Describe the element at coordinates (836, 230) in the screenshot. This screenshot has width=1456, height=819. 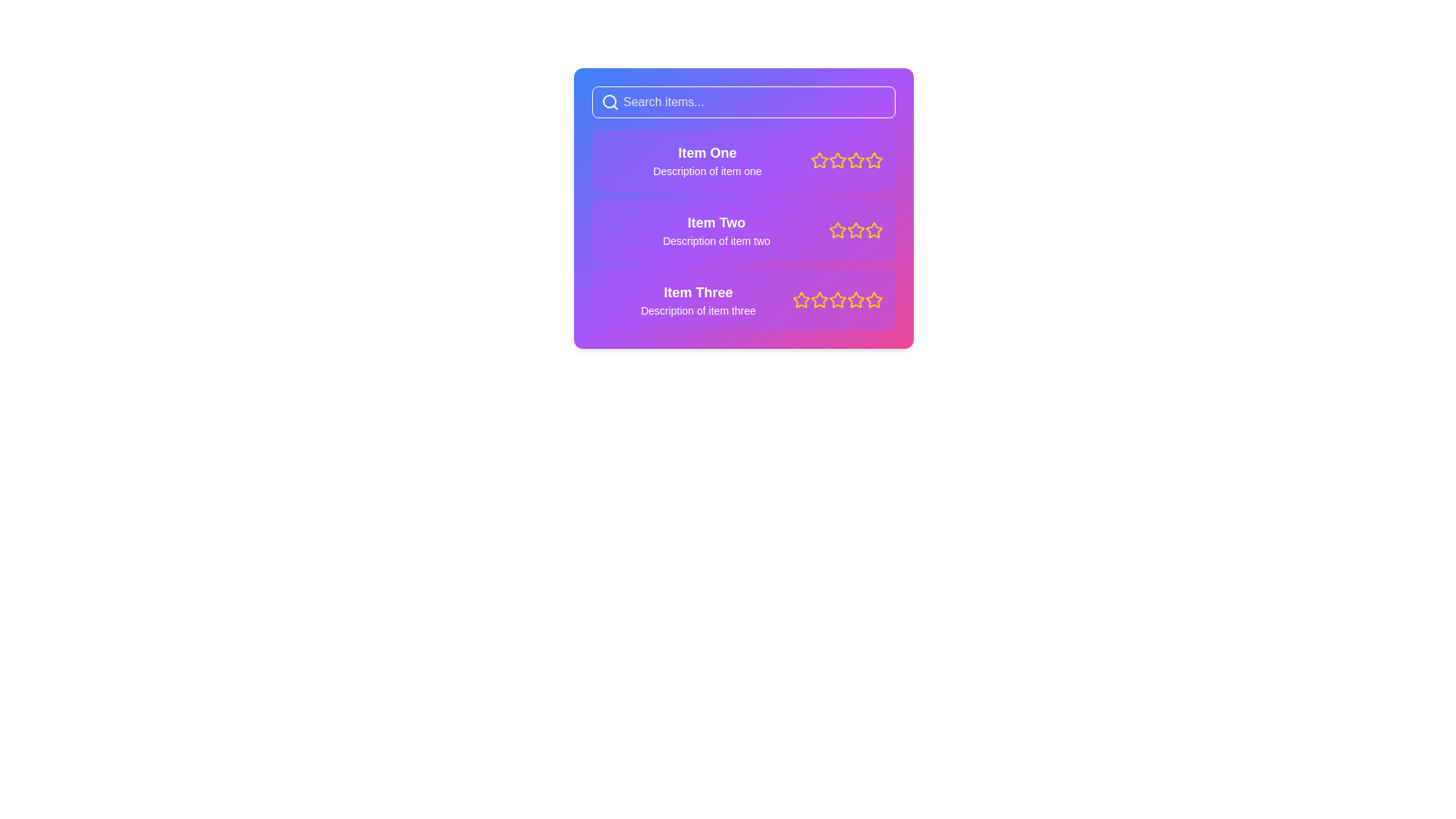
I see `the first star in the five-star rating bar next to 'Item Two'` at that location.